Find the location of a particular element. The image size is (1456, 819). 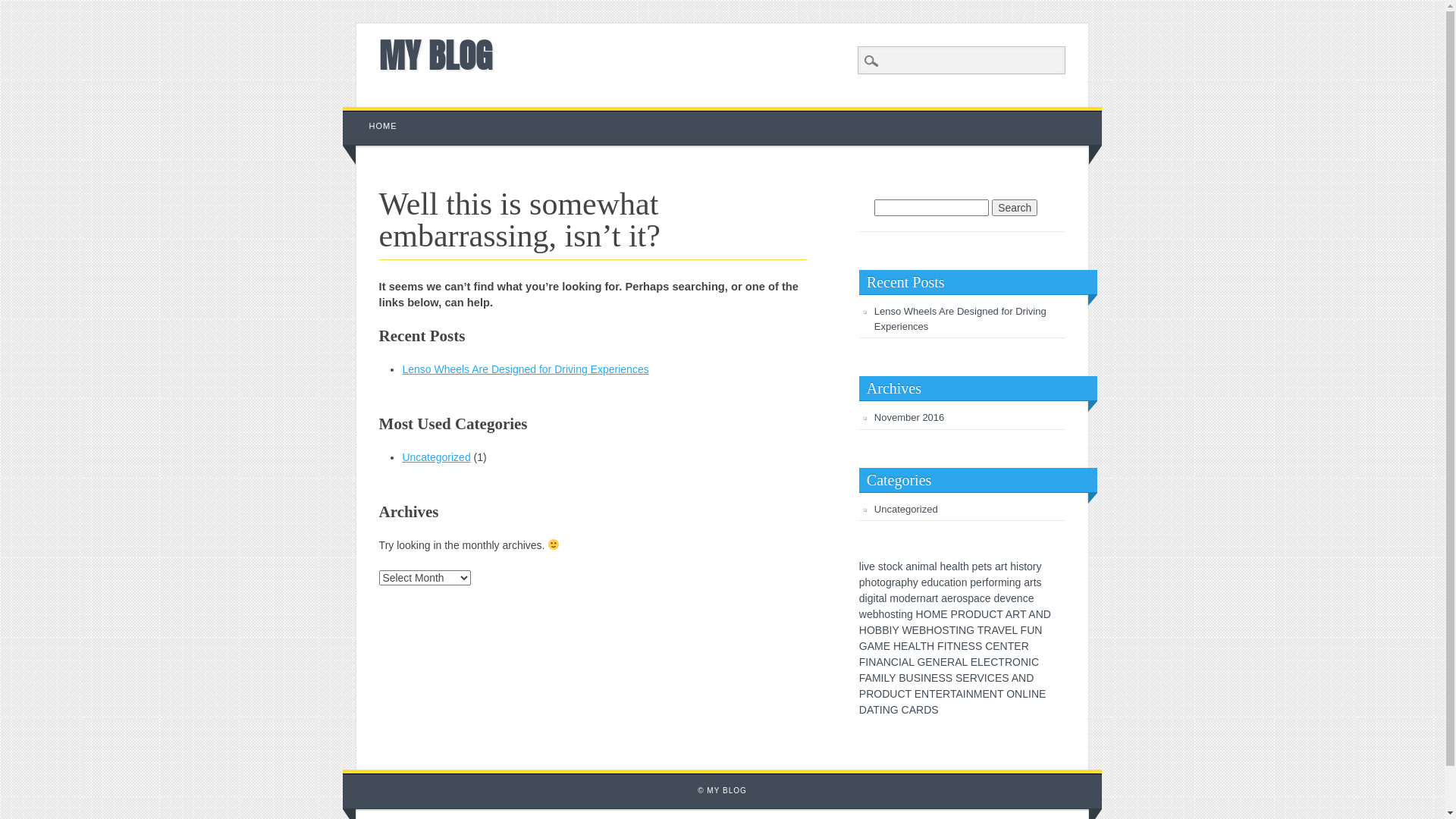

'e' is located at coordinates (870, 614).